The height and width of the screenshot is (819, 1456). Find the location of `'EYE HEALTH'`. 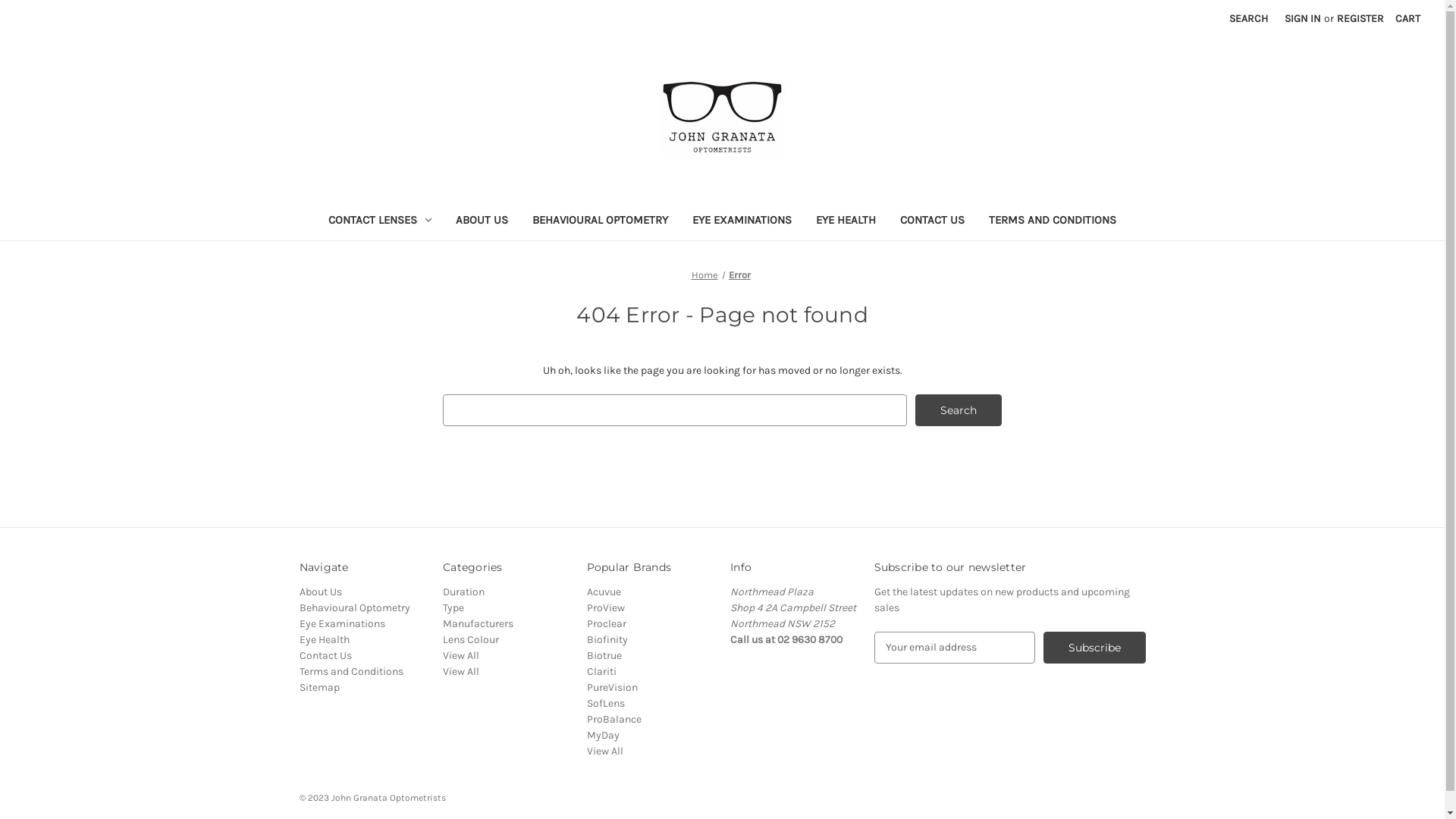

'EYE HEALTH' is located at coordinates (845, 221).